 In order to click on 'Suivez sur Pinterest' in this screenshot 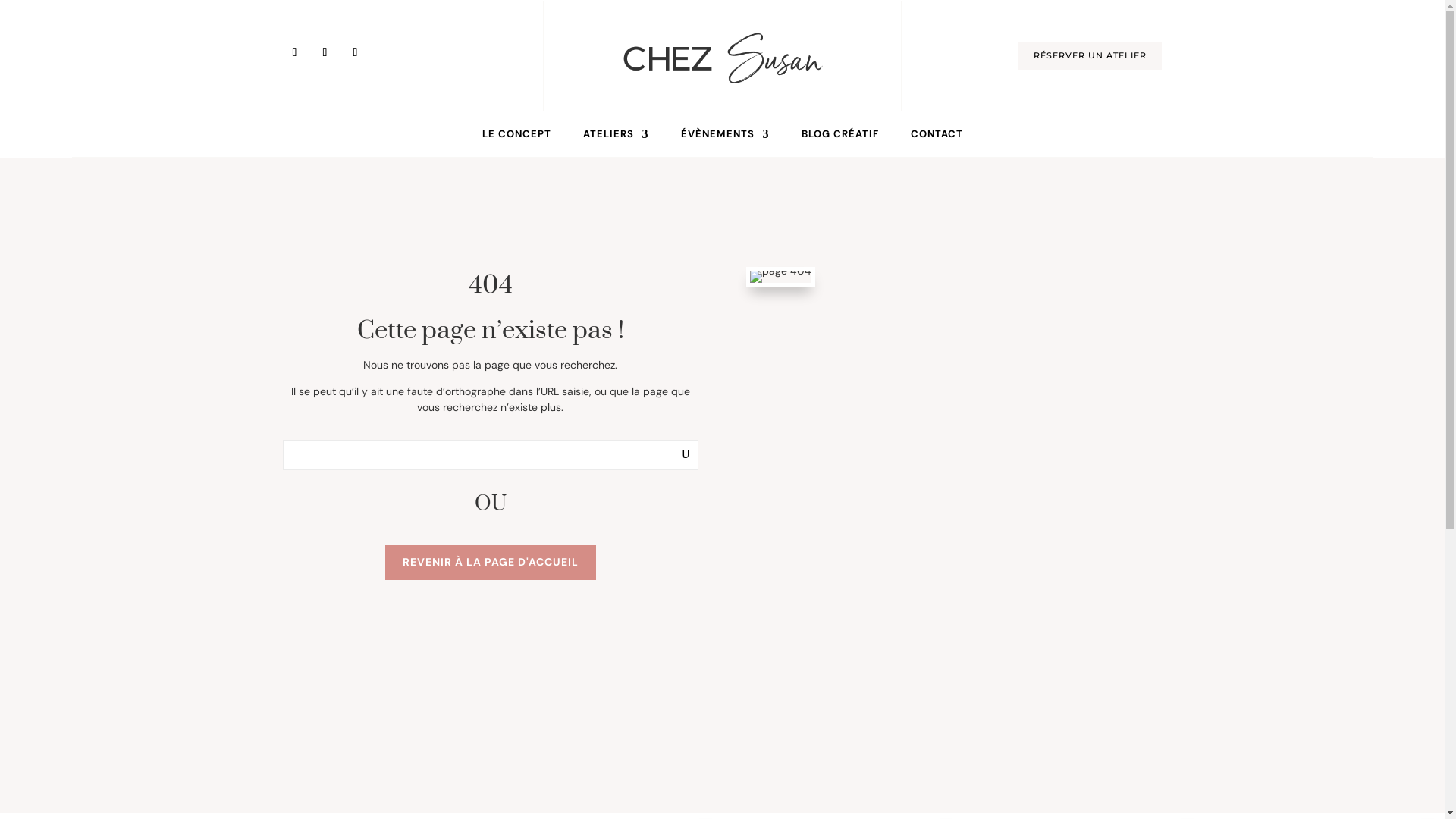, I will do `click(312, 52)`.